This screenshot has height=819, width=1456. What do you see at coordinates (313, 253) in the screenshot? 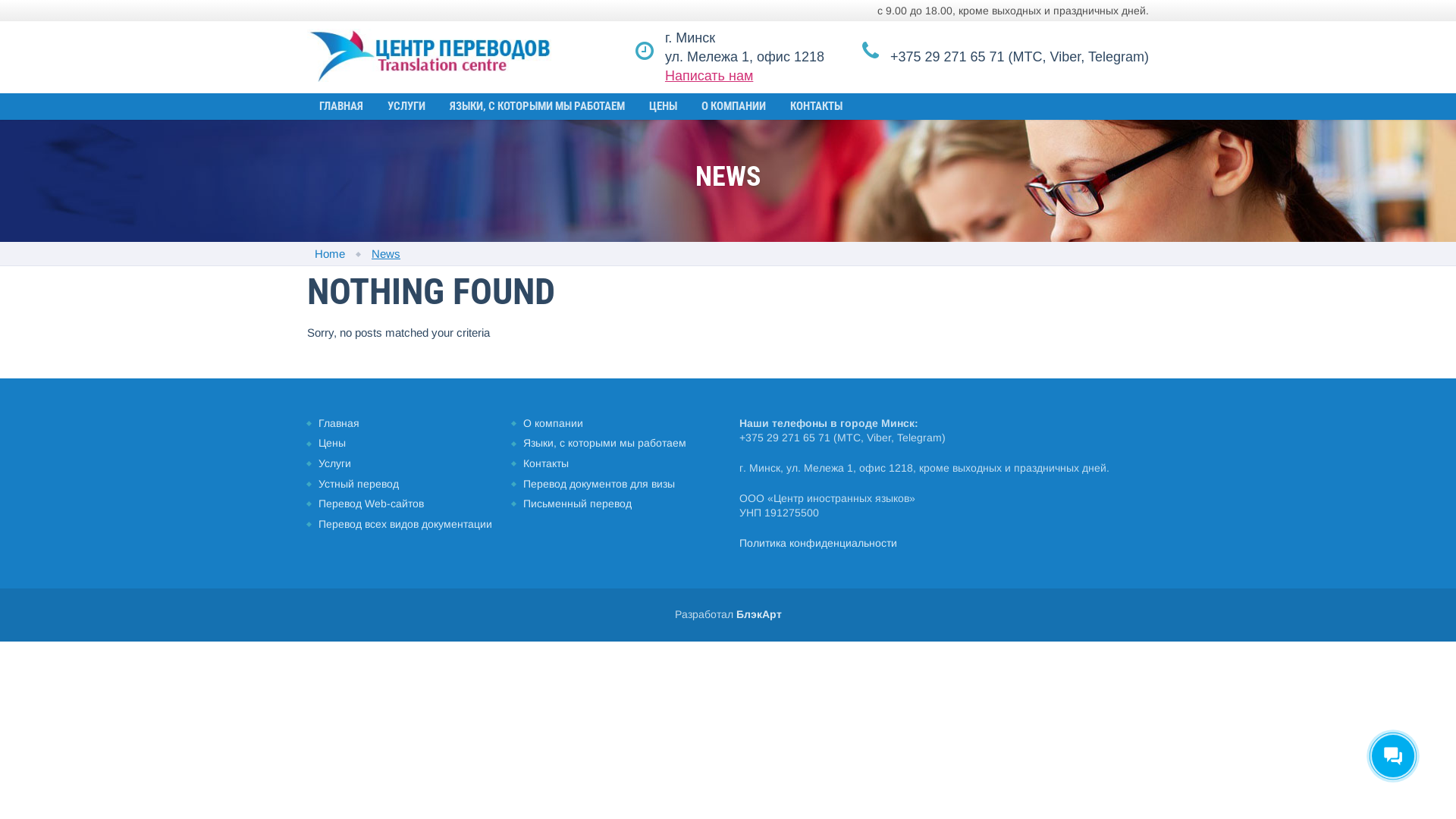
I see `'Home'` at bounding box center [313, 253].